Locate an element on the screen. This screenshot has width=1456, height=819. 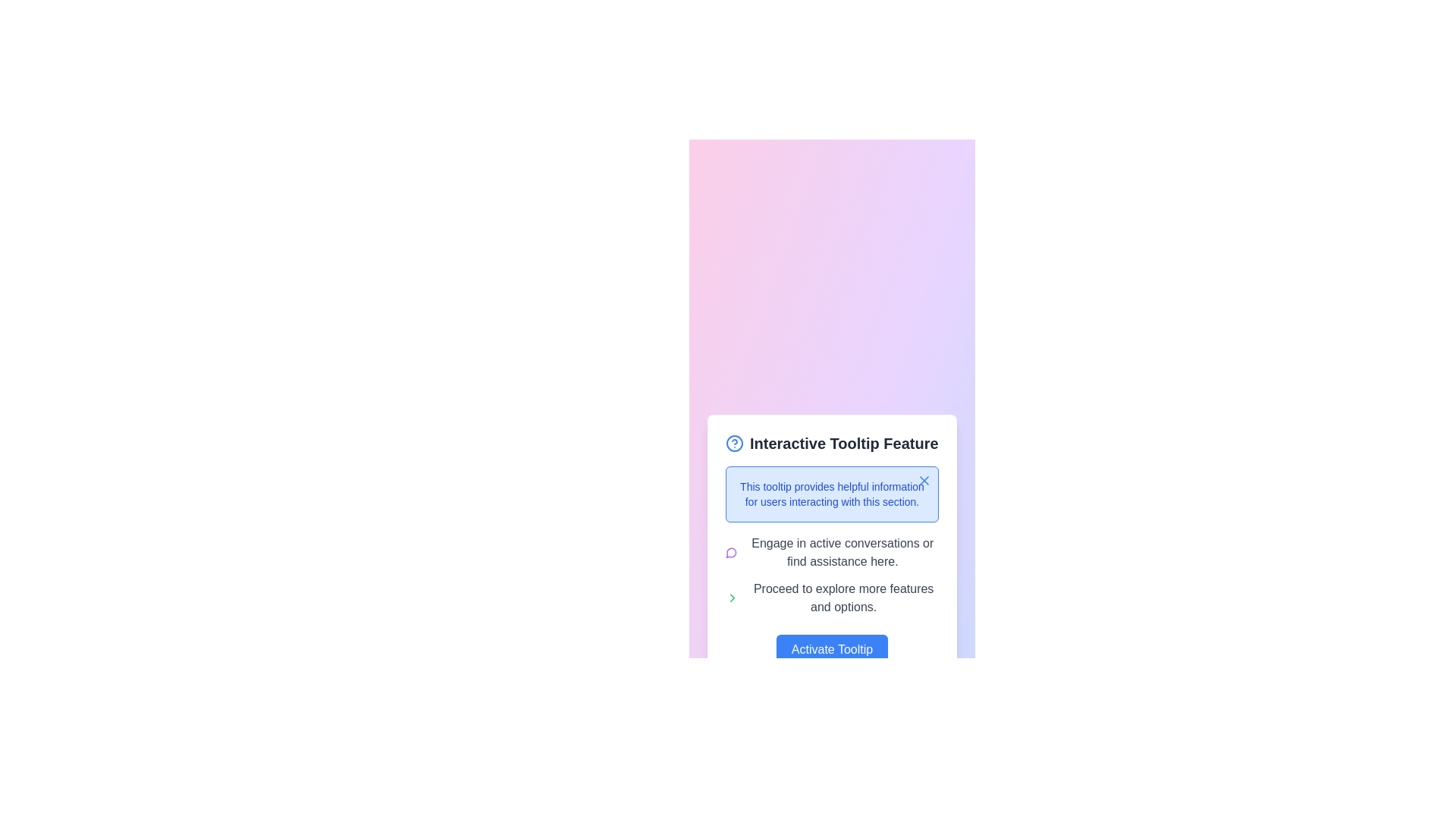
the arrow icon located in the bottom right quadrant of the SVG graphical element, which is styled with the class 'lucide-chevron-right' is located at coordinates (733, 598).